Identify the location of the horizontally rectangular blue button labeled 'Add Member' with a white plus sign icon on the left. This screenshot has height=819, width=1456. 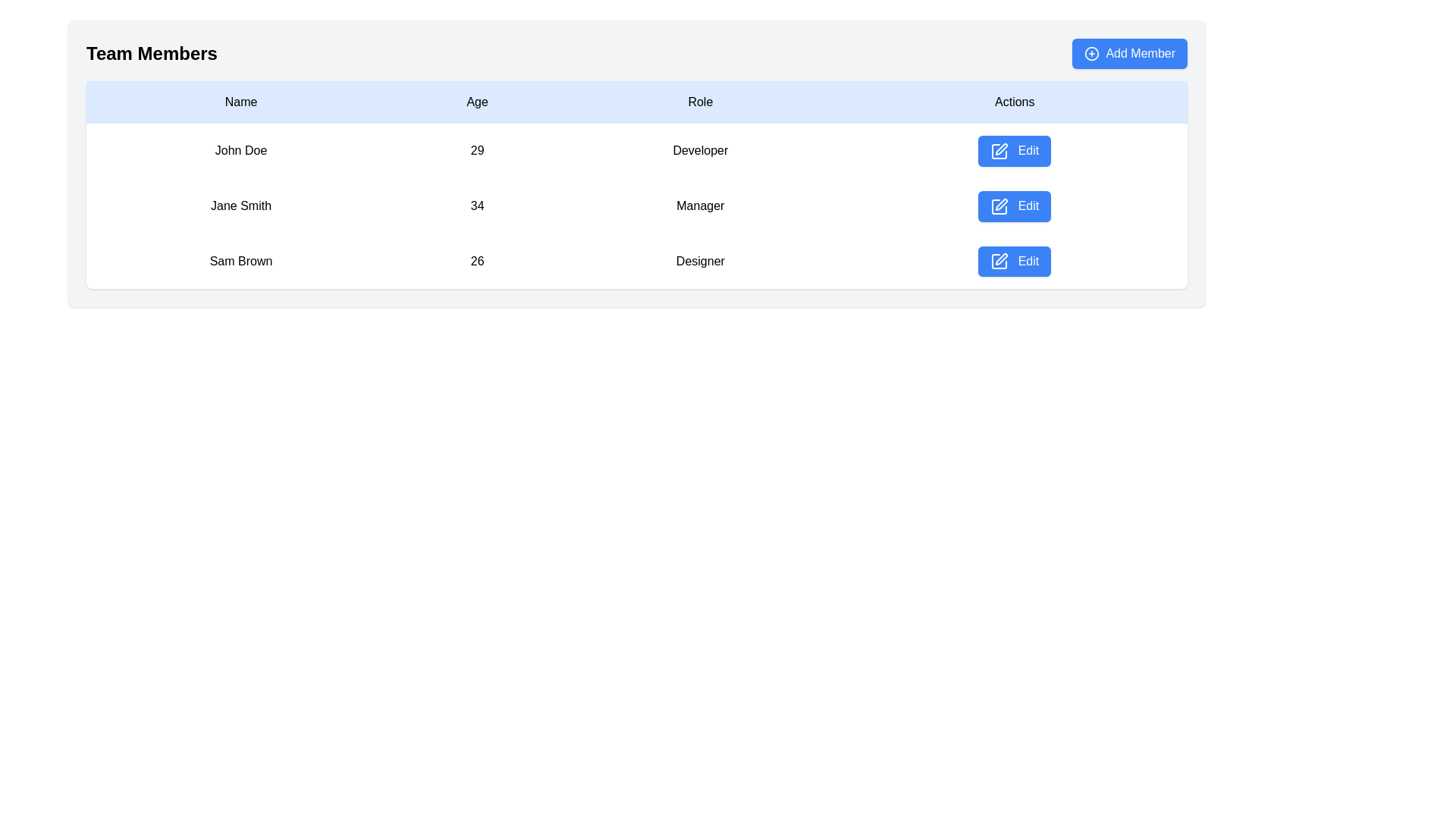
(1130, 52).